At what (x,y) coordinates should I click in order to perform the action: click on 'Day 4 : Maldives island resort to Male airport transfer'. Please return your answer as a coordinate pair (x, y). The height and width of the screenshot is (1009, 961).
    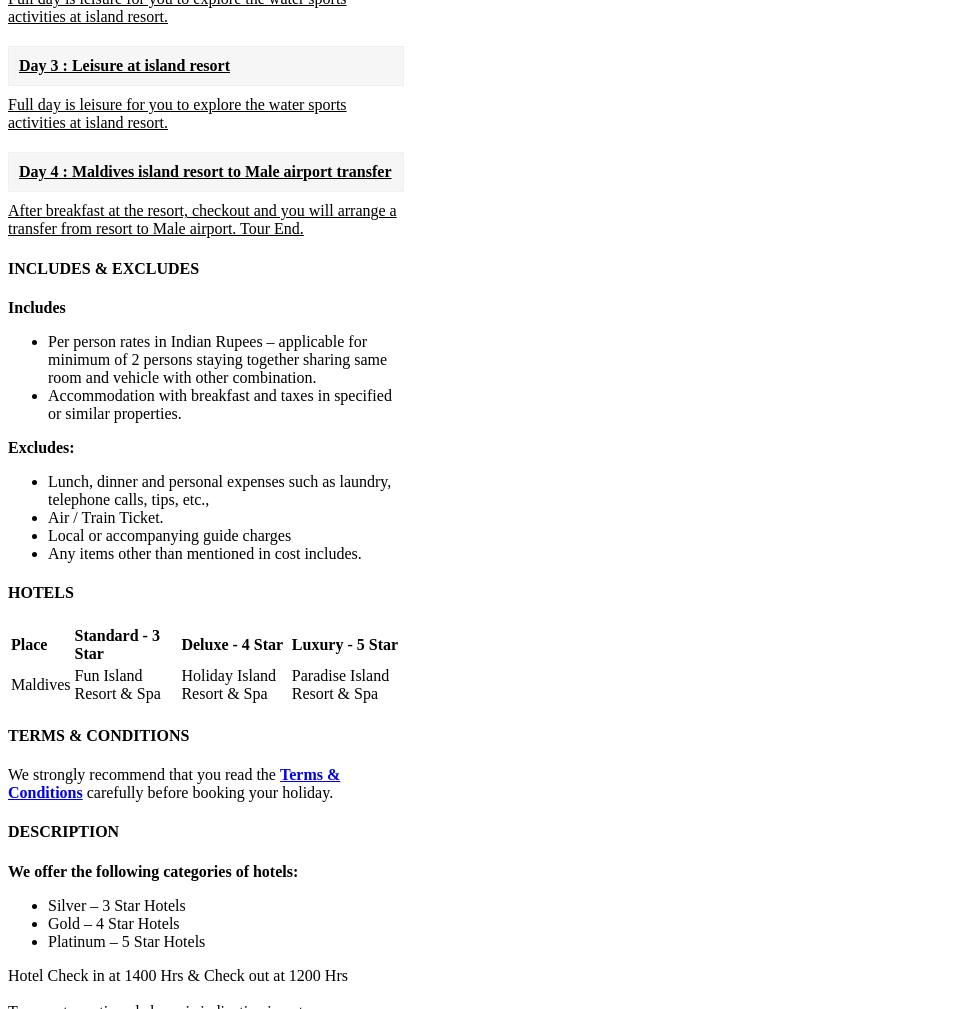
    Looking at the image, I should click on (204, 170).